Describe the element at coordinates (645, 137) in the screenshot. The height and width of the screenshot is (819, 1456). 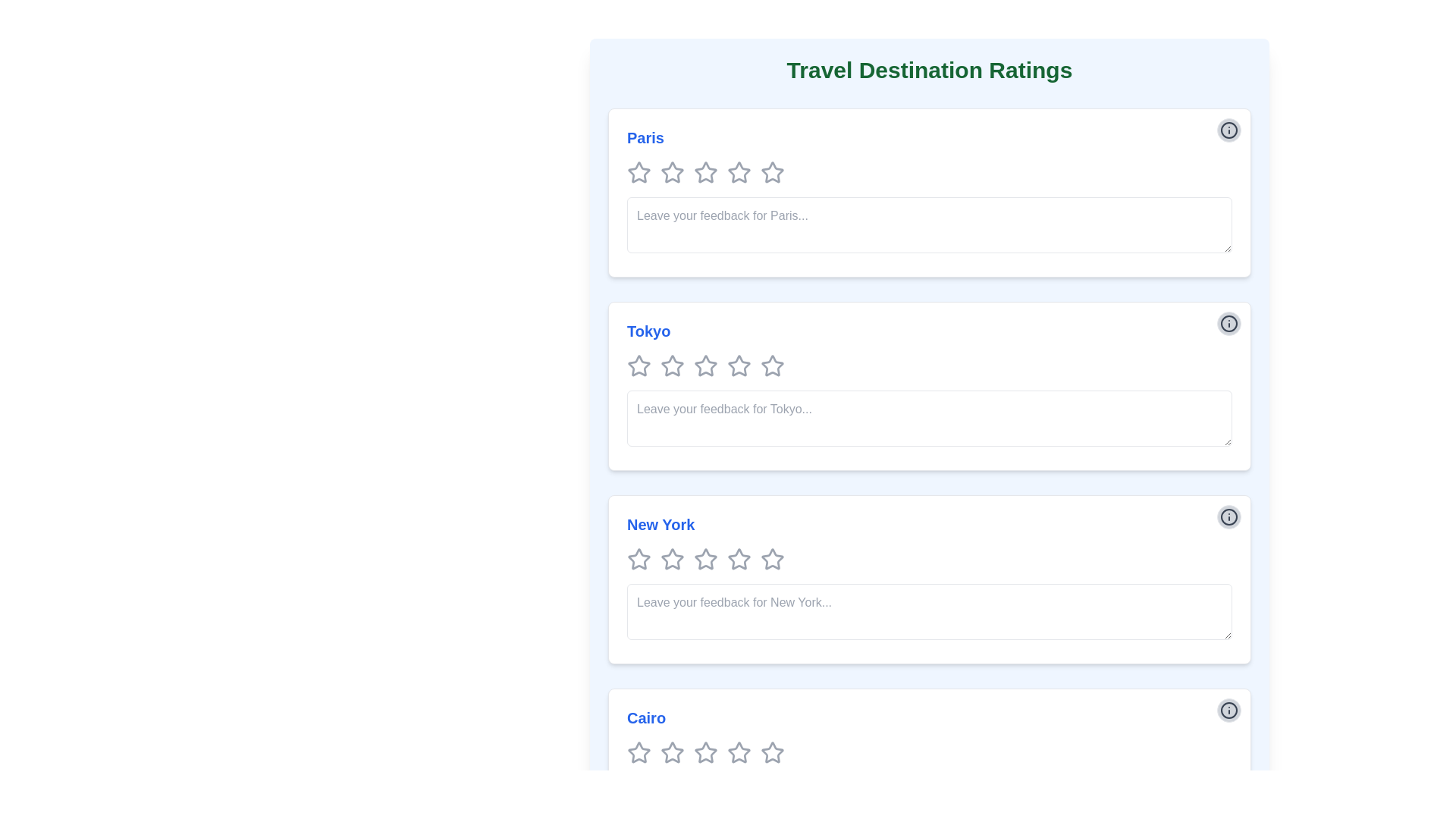
I see `the text label displaying the destination name 'Paris', which serves as the title for the rating and feedback section` at that location.